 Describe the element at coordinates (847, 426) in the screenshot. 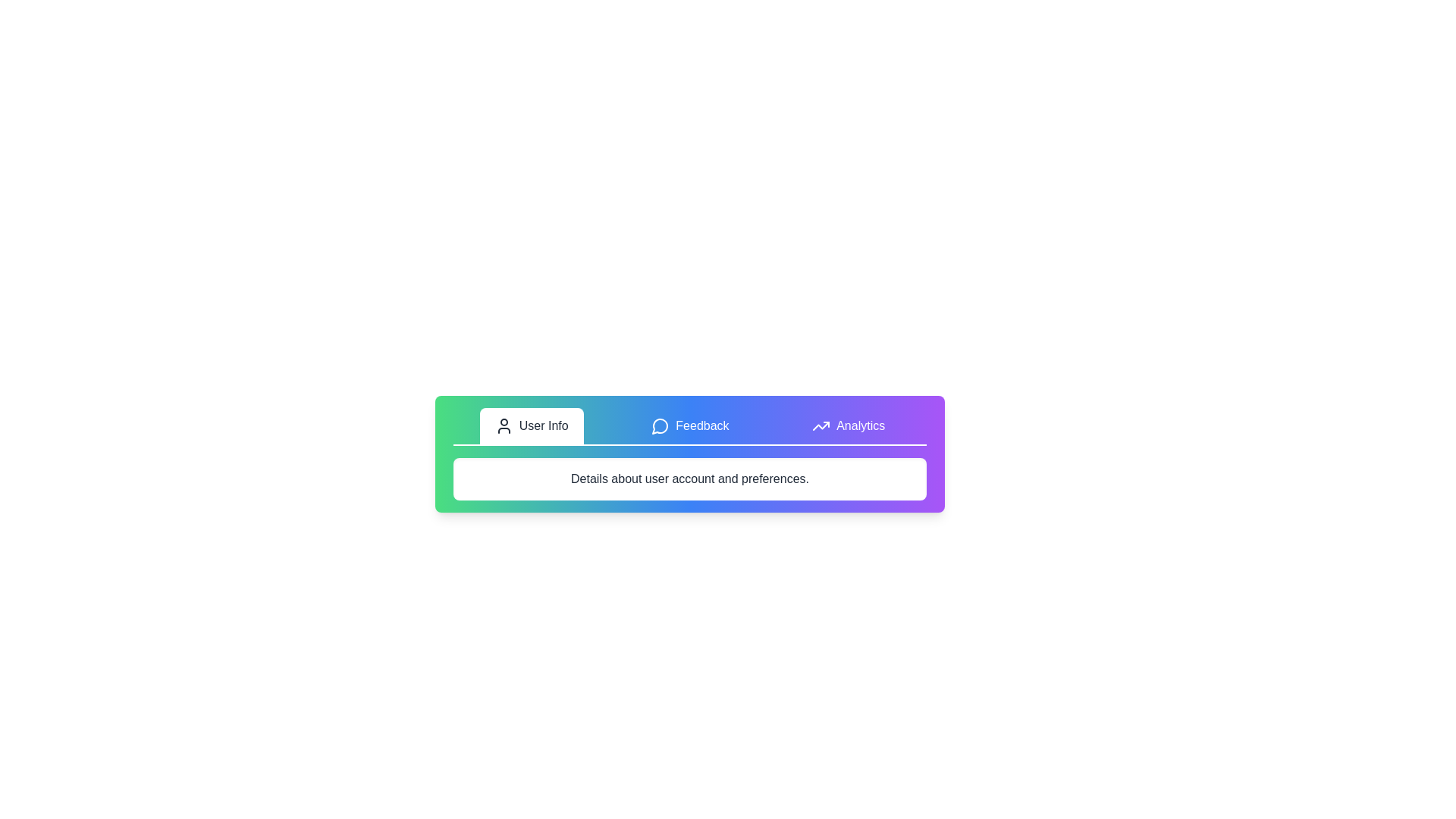

I see `the Analytics tab by clicking its navigation button` at that location.